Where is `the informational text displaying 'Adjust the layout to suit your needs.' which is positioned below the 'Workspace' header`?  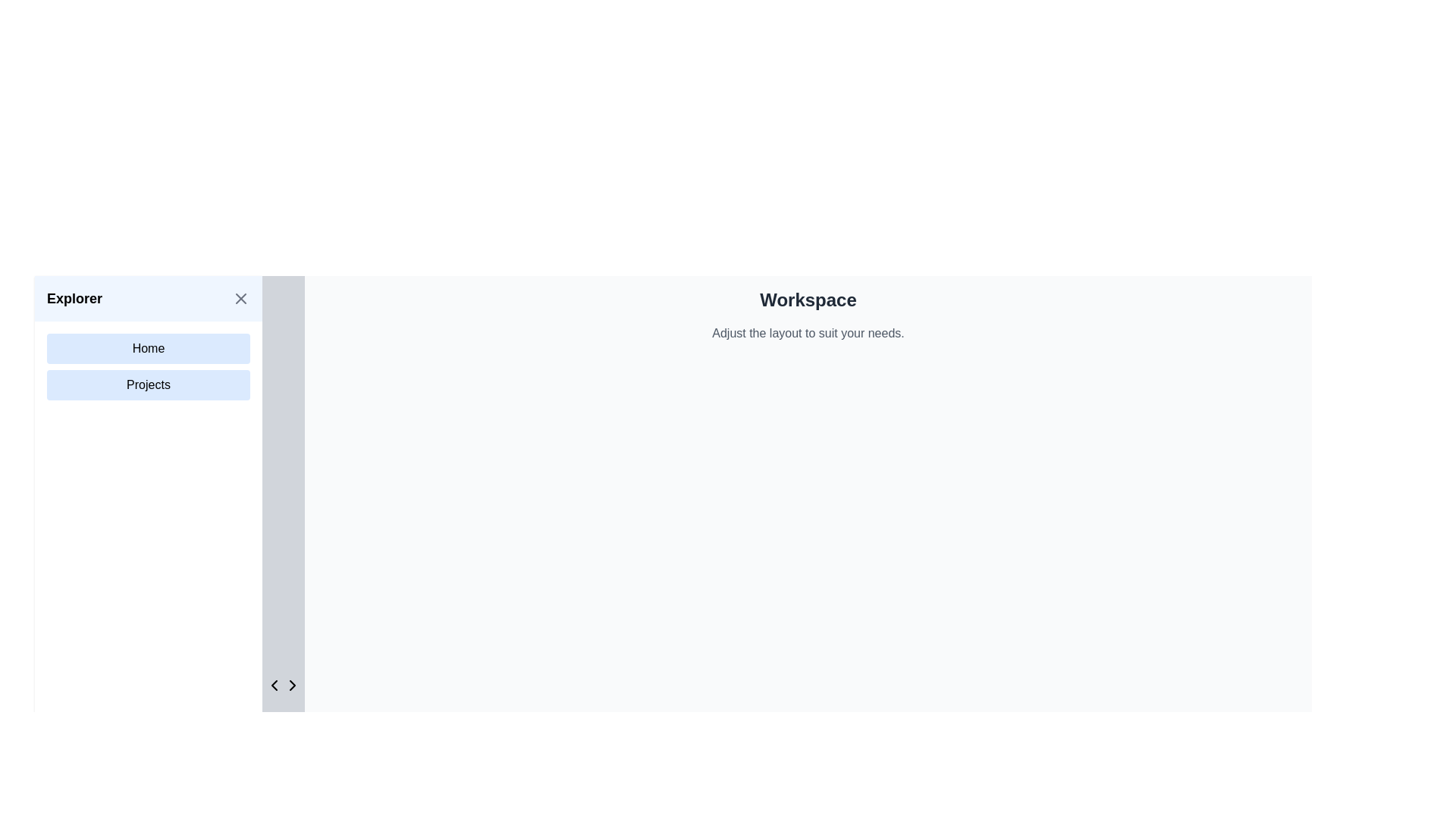 the informational text displaying 'Adjust the layout to suit your needs.' which is positioned below the 'Workspace' header is located at coordinates (807, 332).